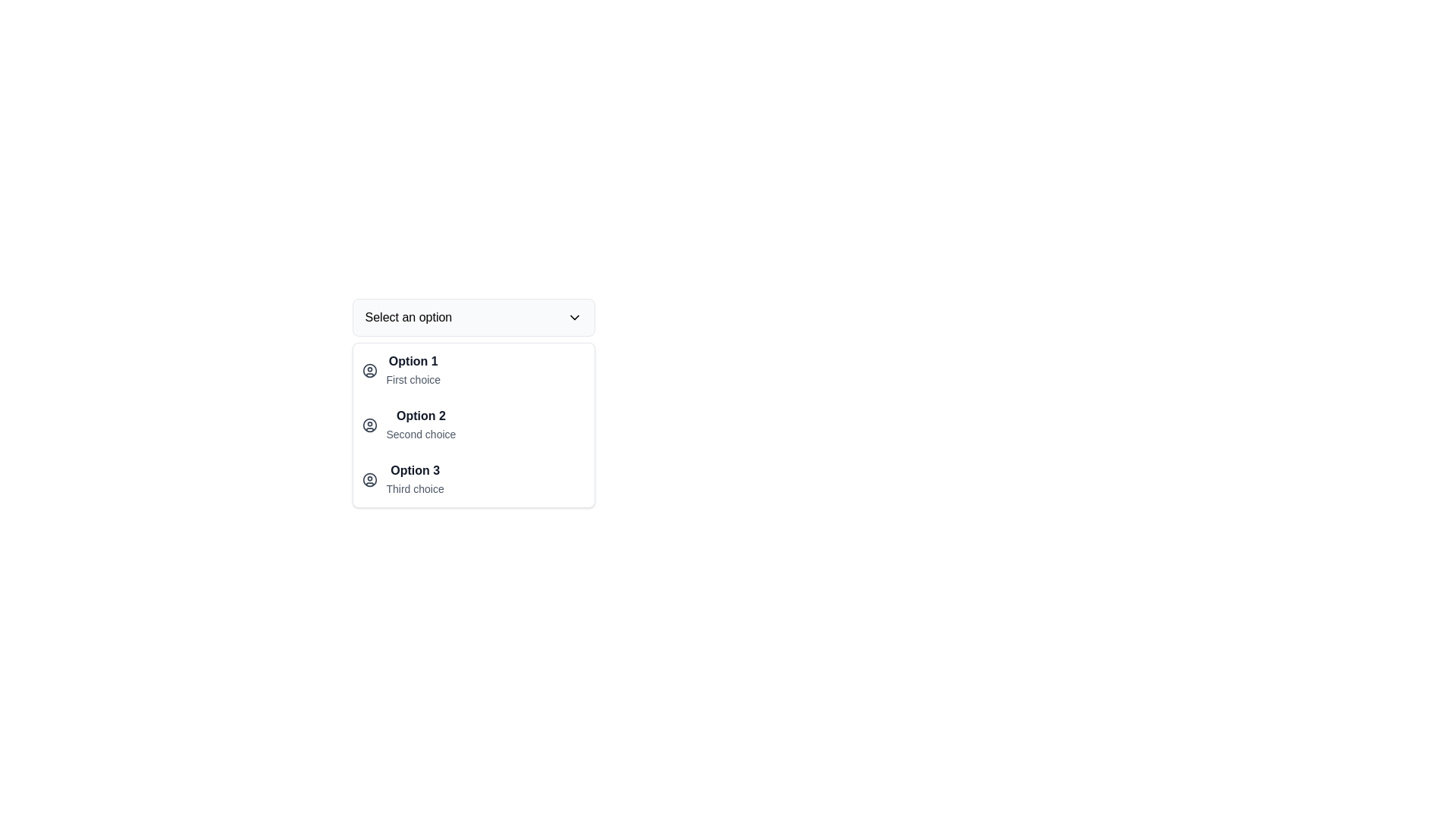  Describe the element at coordinates (421, 425) in the screenshot. I see `the 'Option 2' label, which is the second item in a vertical list of options` at that location.